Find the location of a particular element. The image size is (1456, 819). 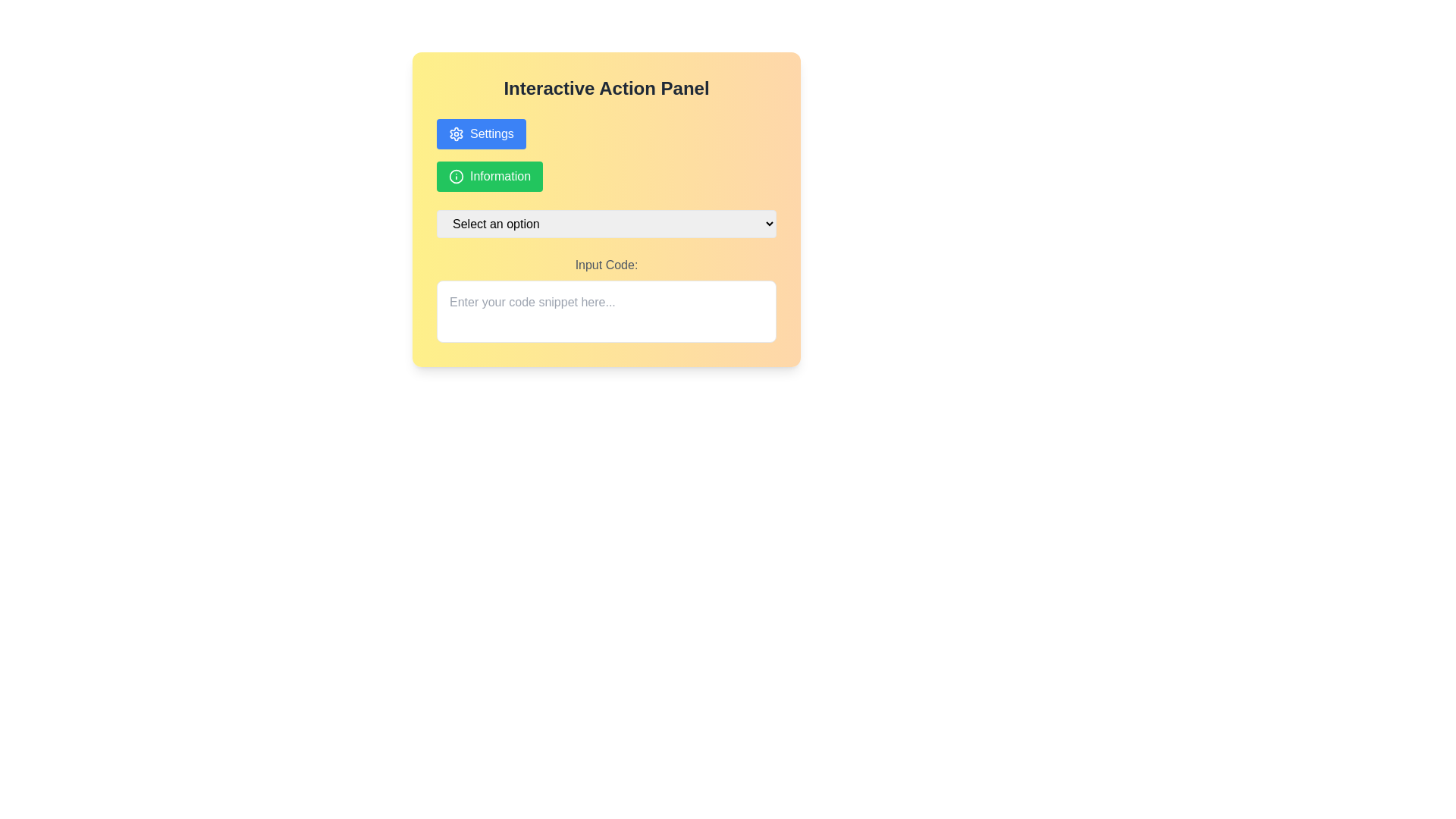

the gear-like icon that symbolizes settings, located to the left of the 'Settings' text inside the blue button is located at coordinates (455, 133).